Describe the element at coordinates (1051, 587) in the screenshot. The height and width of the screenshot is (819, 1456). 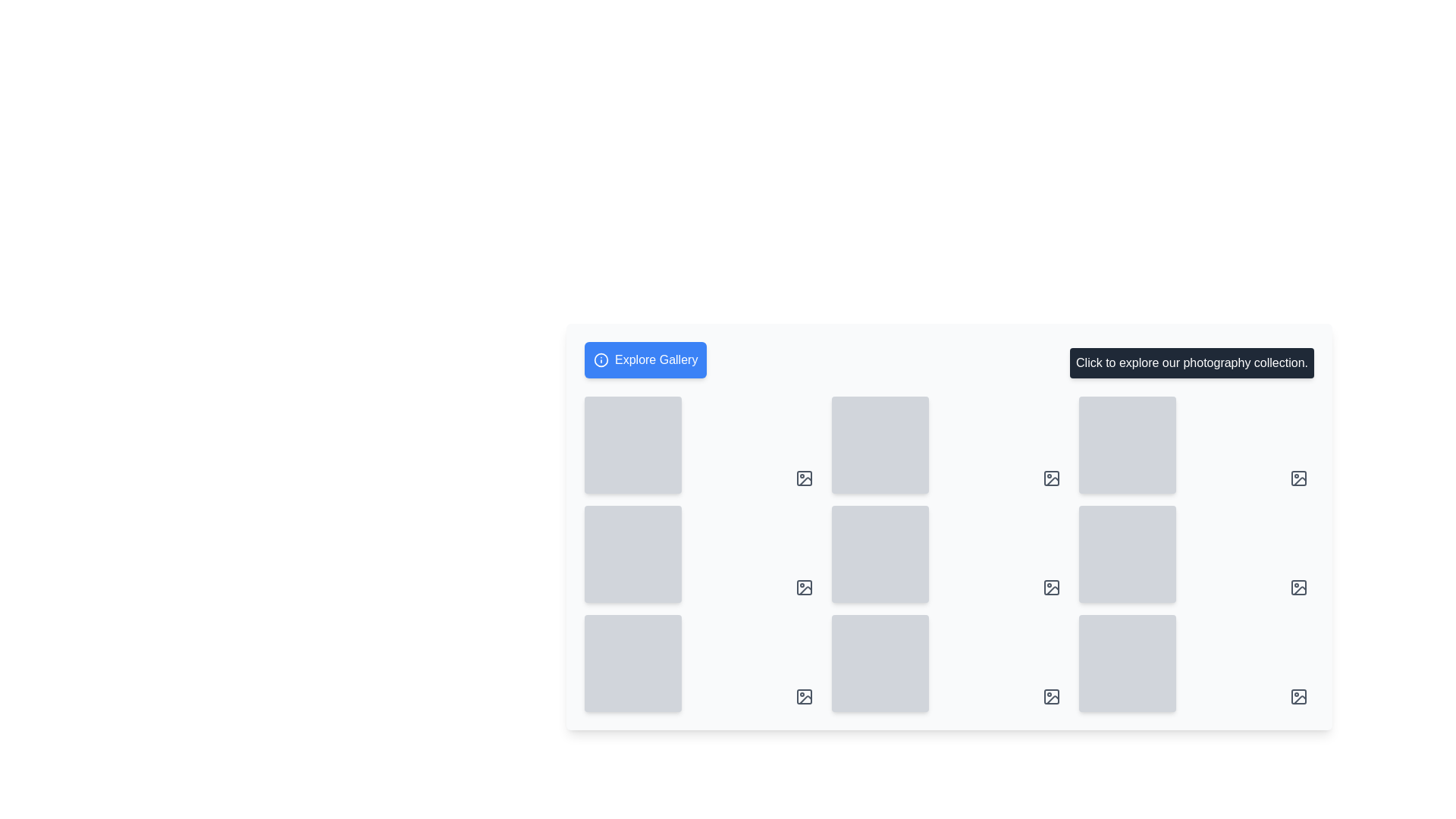
I see `the icon representing a specific type of file, image, or action related to digital content located in the fourth column and third row of the grid layout` at that location.